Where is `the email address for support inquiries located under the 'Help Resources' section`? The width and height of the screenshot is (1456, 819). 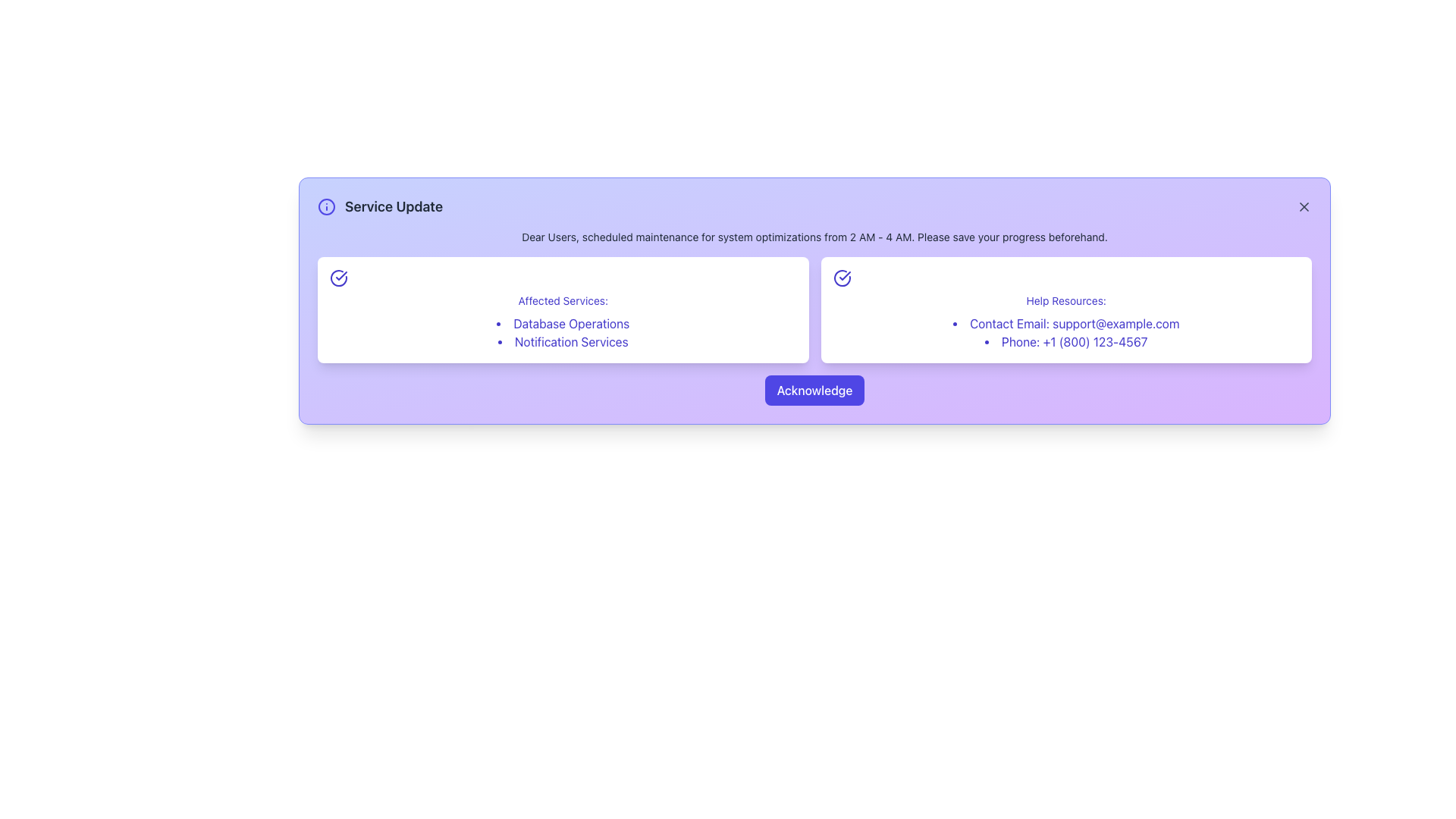
the email address for support inquiries located under the 'Help Resources' section is located at coordinates (1065, 323).